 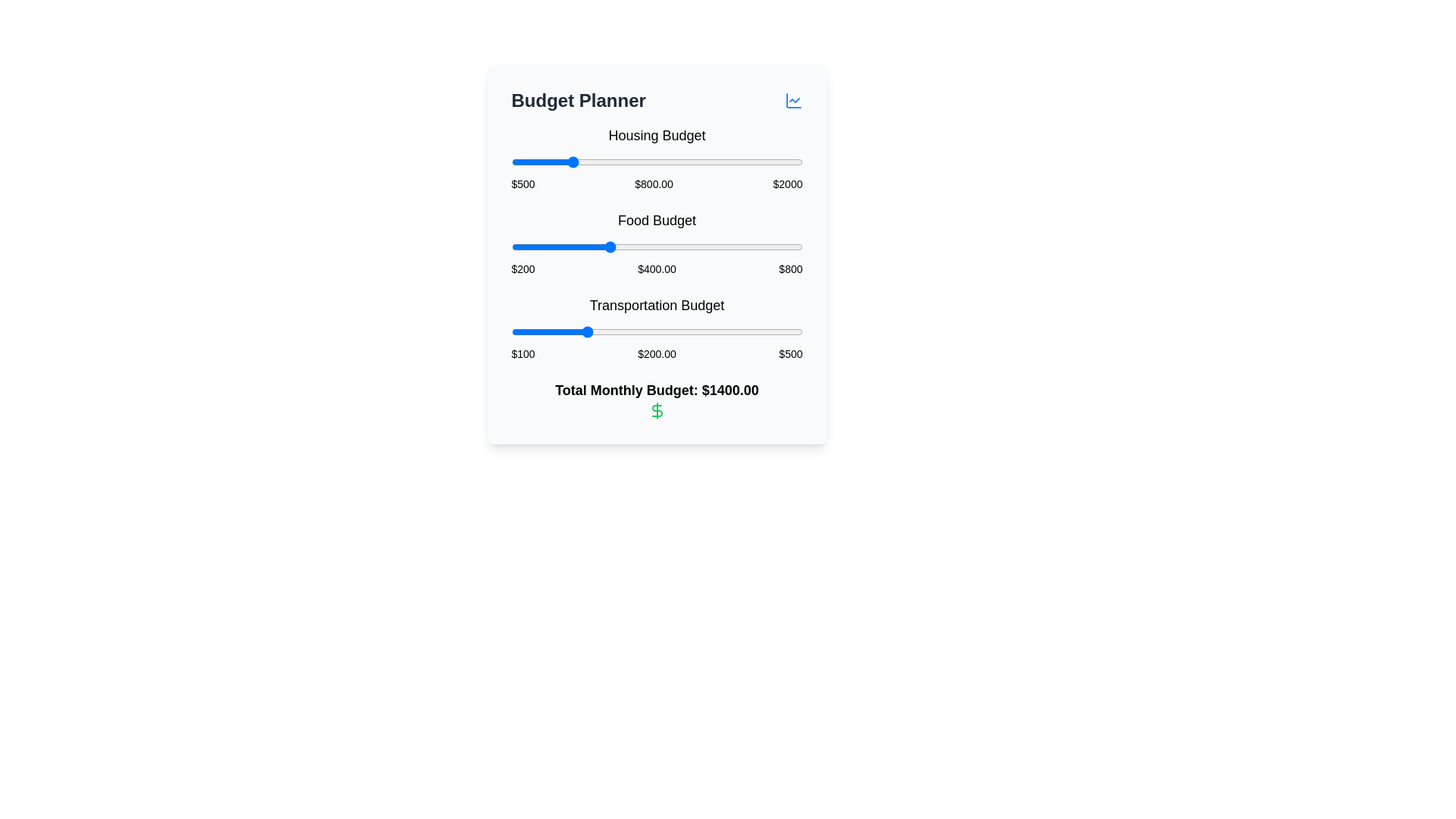 What do you see at coordinates (763, 331) in the screenshot?
I see `the transportation budget` at bounding box center [763, 331].